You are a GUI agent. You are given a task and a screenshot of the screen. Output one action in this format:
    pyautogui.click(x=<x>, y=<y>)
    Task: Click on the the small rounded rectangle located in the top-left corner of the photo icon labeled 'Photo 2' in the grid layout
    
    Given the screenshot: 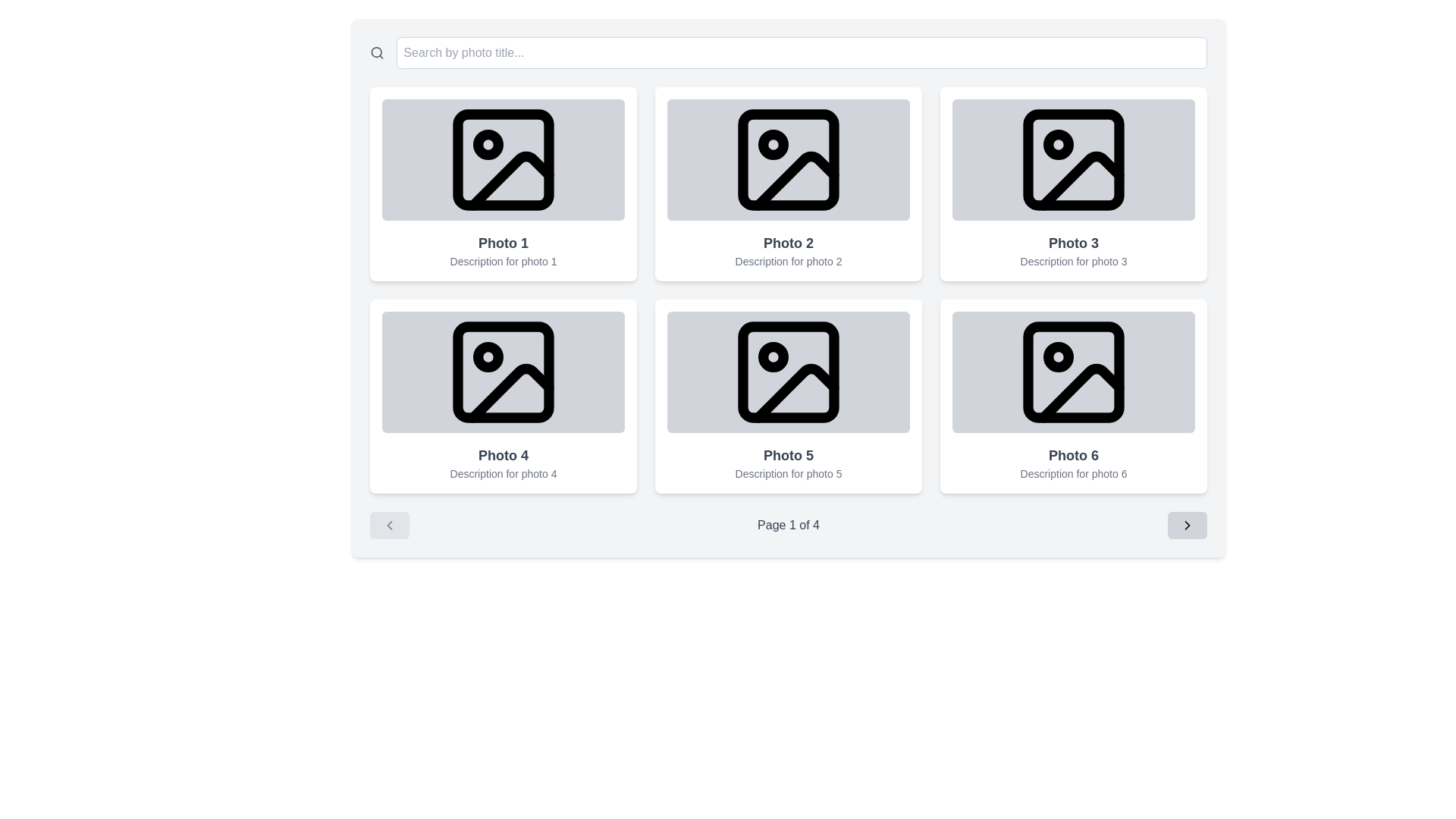 What is the action you would take?
    pyautogui.click(x=789, y=160)
    